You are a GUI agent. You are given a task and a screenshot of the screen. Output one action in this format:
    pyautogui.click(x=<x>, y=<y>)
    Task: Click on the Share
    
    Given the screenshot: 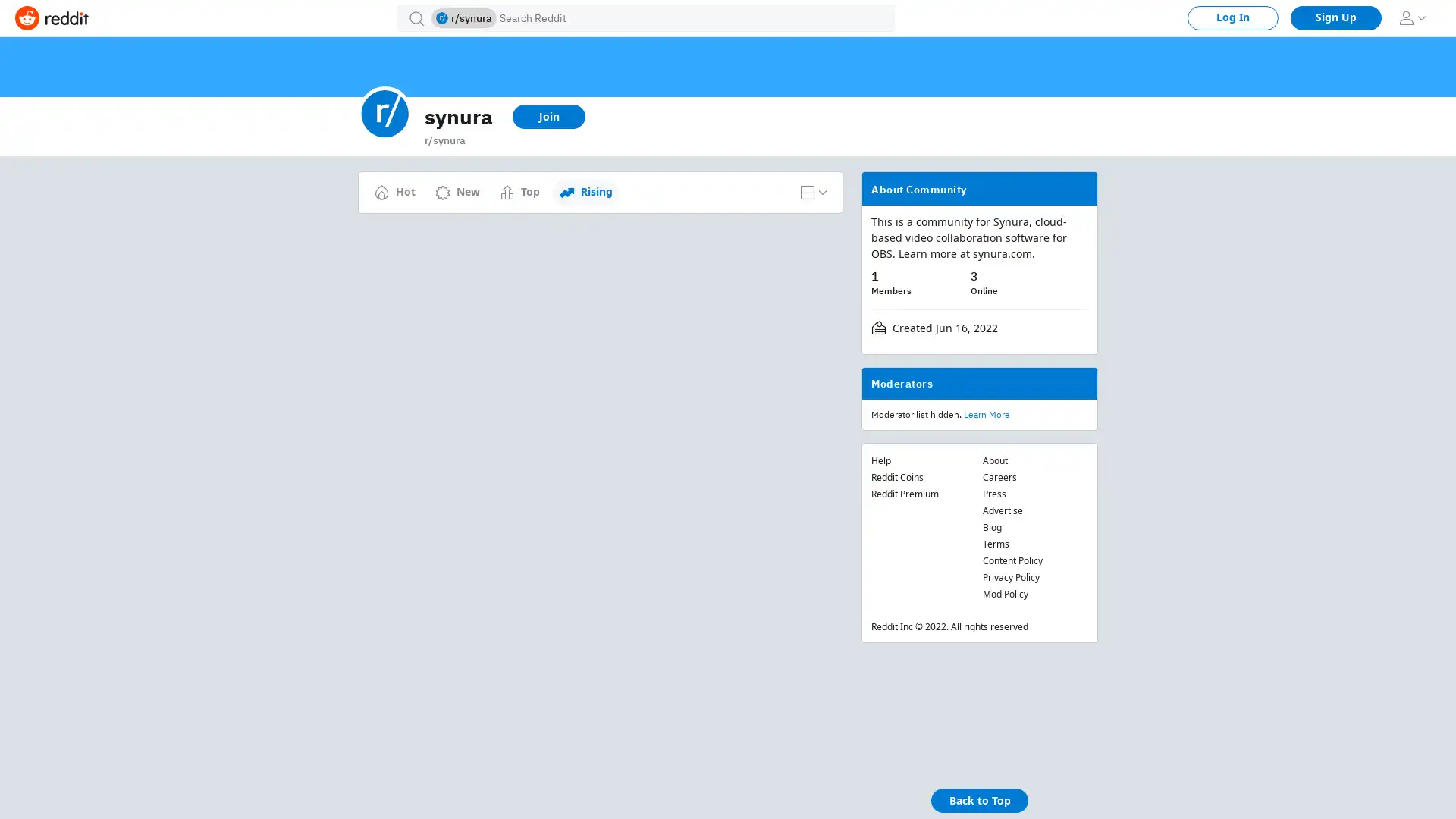 What is the action you would take?
    pyautogui.click(x=505, y=305)
    